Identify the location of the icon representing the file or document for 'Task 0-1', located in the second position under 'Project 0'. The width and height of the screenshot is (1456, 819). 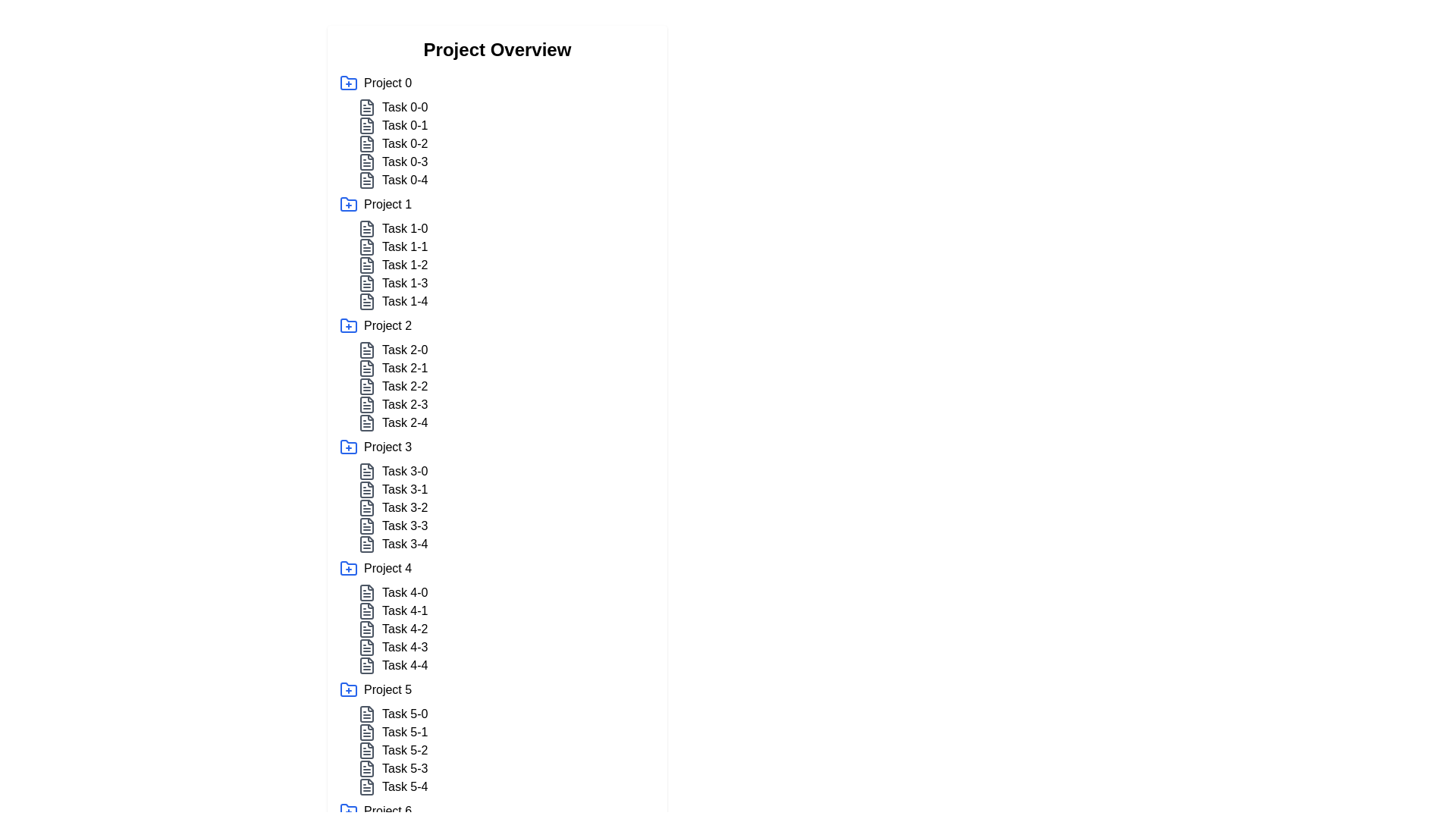
(367, 124).